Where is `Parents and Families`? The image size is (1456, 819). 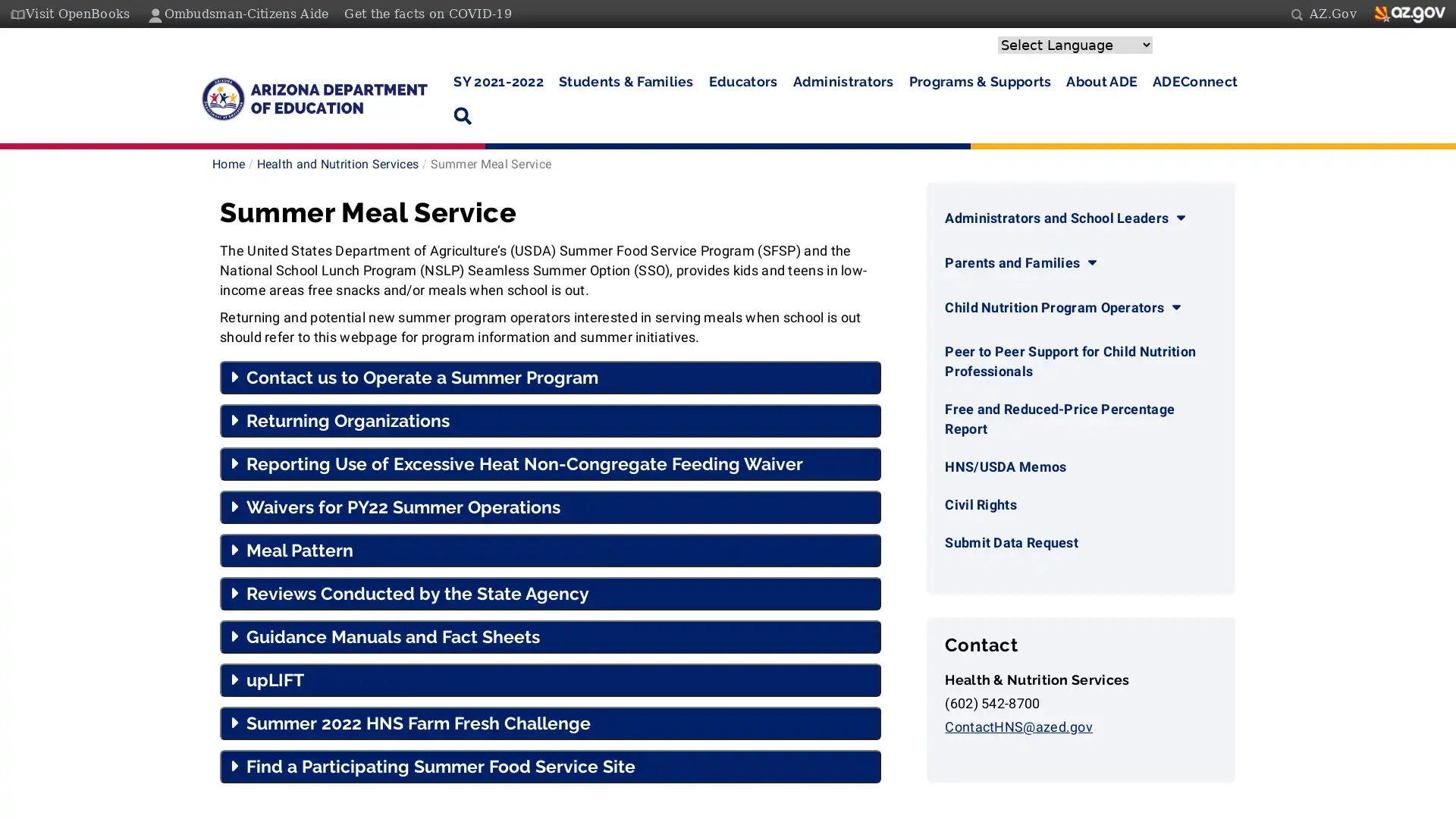 Parents and Families is located at coordinates (1092, 262).